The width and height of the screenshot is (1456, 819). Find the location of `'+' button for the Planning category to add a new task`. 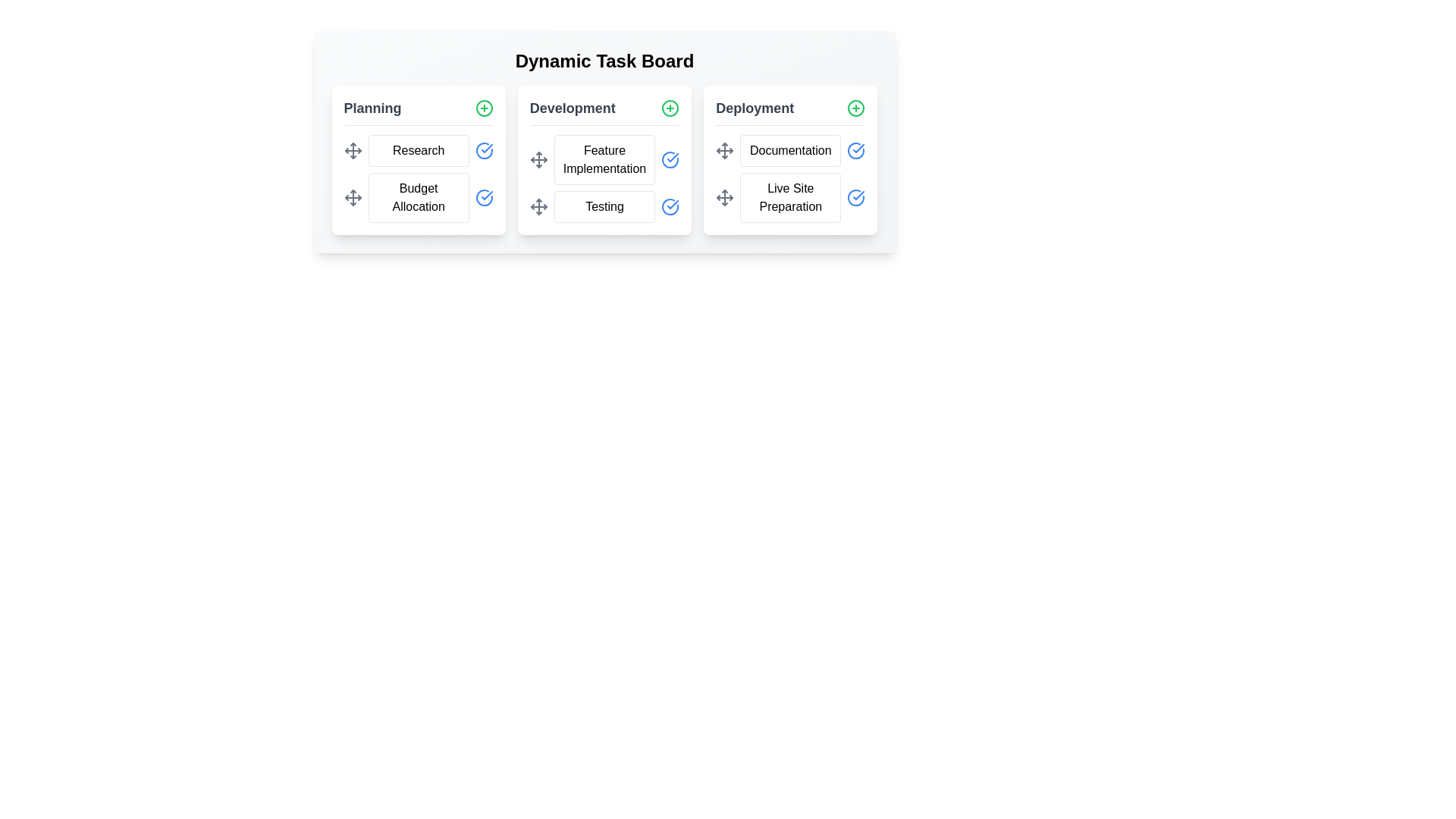

'+' button for the Planning category to add a new task is located at coordinates (483, 107).